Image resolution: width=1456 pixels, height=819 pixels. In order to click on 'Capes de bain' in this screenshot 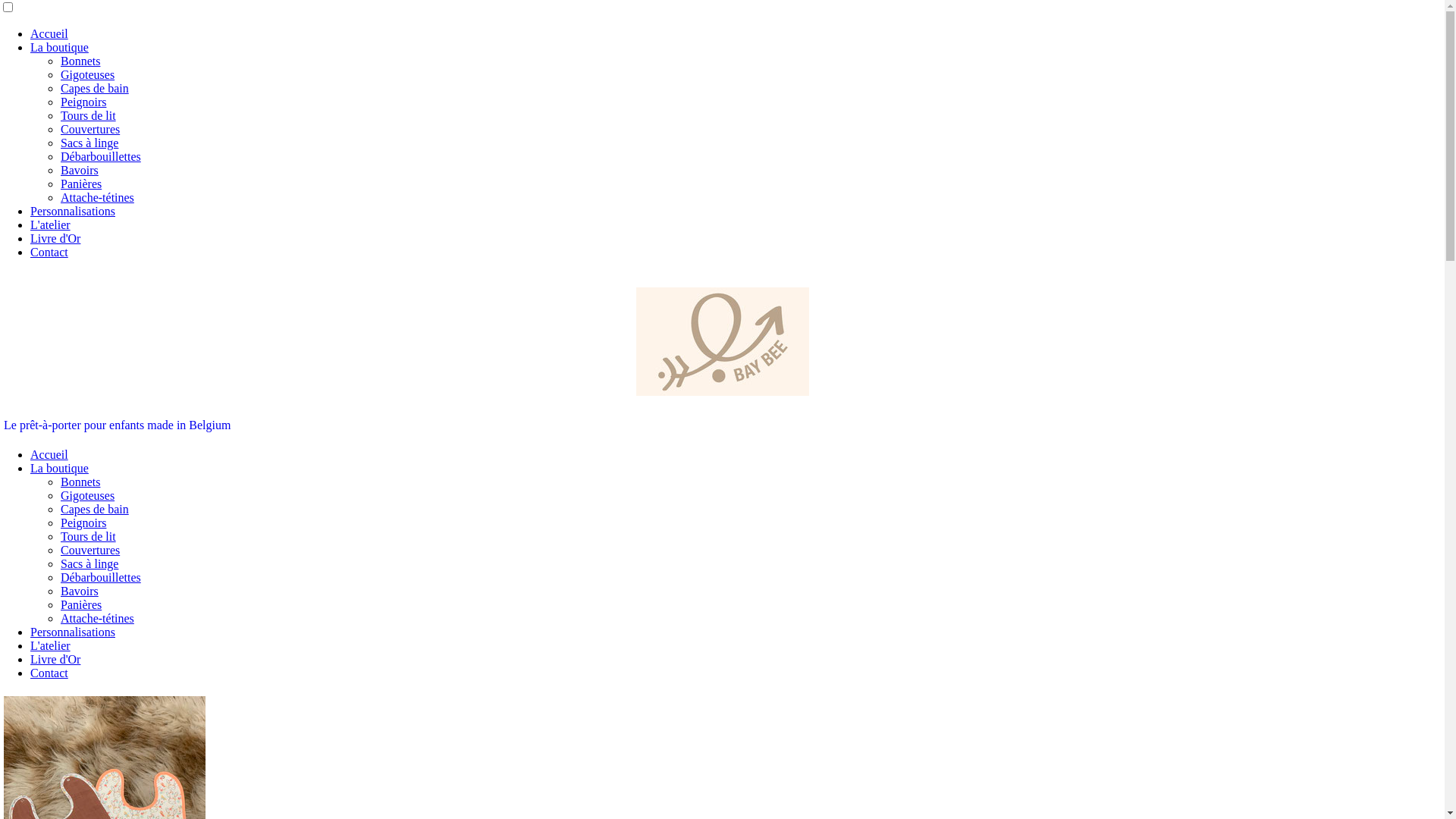, I will do `click(93, 509)`.